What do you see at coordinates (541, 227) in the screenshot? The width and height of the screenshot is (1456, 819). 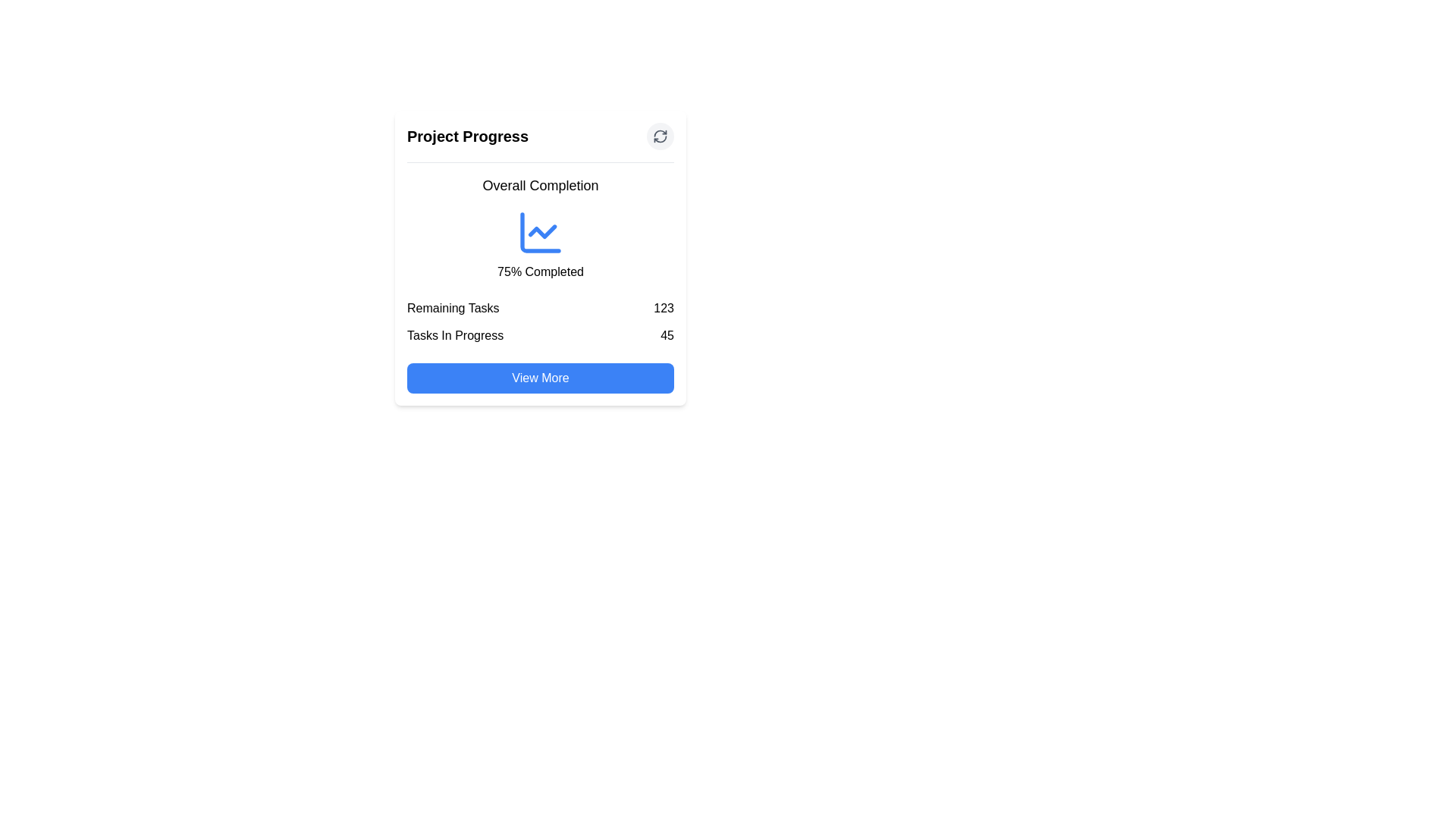 I see `the Information Display Section that shows 'Overall Completion' and '75% Completed' text, located centrally in the project progress card` at bounding box center [541, 227].